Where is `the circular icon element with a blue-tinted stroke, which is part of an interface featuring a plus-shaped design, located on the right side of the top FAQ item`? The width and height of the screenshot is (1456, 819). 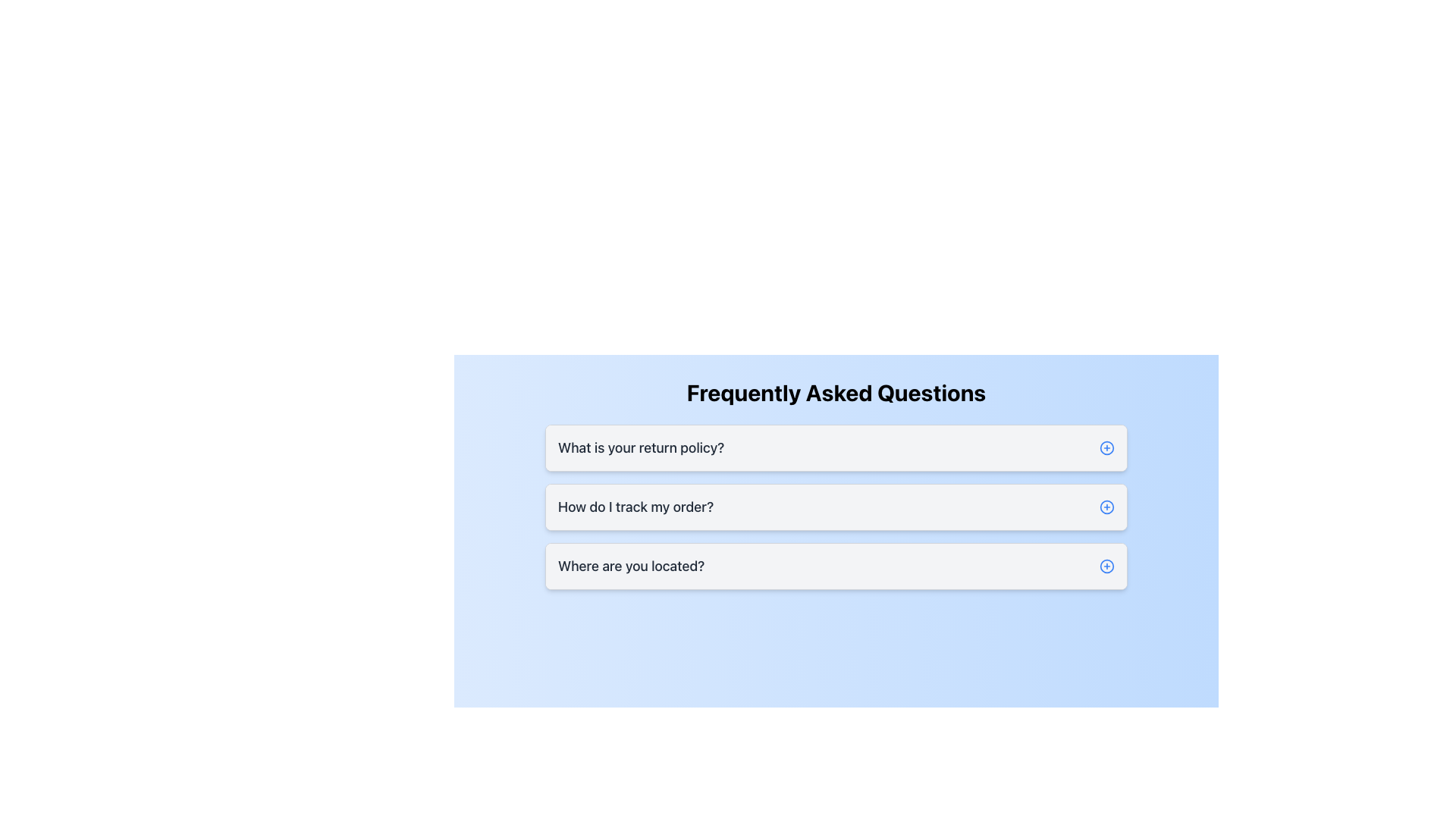 the circular icon element with a blue-tinted stroke, which is part of an interface featuring a plus-shaped design, located on the right side of the top FAQ item is located at coordinates (1106, 447).